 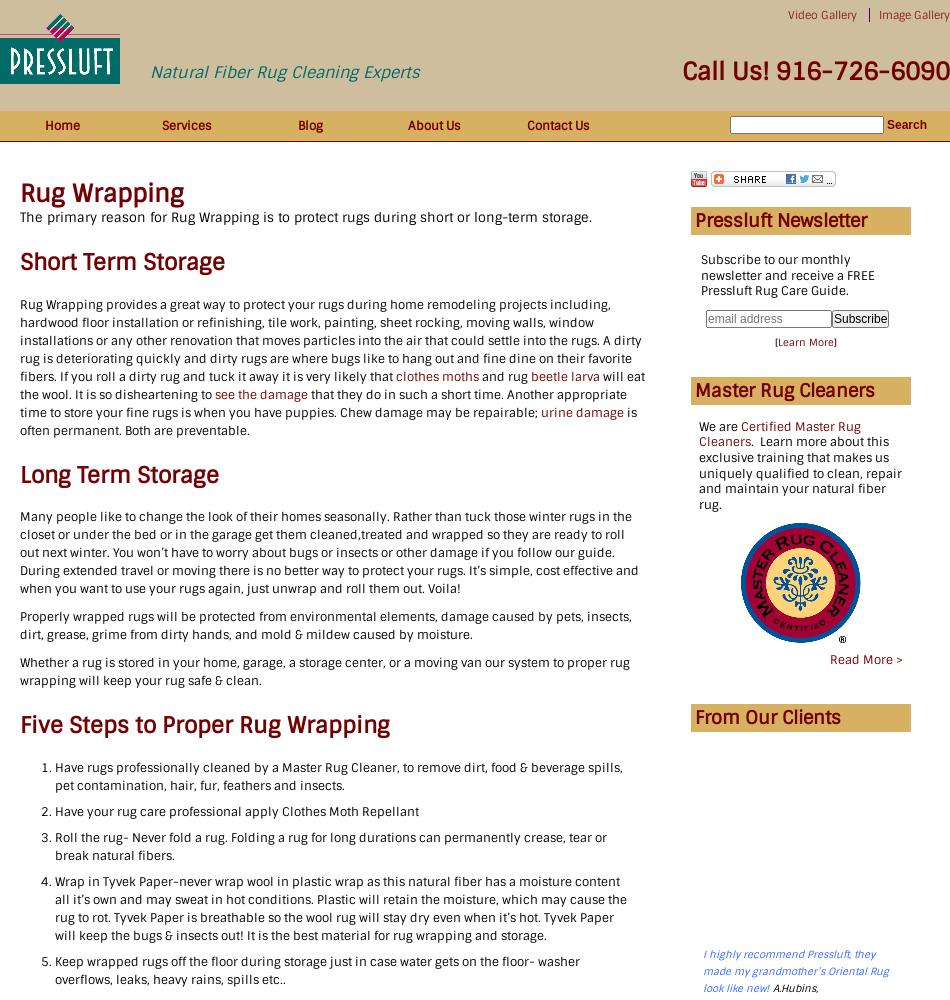 What do you see at coordinates (337, 776) in the screenshot?
I see `'Have rugs professionally cleaned by a Master Rug Cleaner, to remove dirt, food & beverage spills, pet contamination, hair, fur, feathers and insects.'` at bounding box center [337, 776].